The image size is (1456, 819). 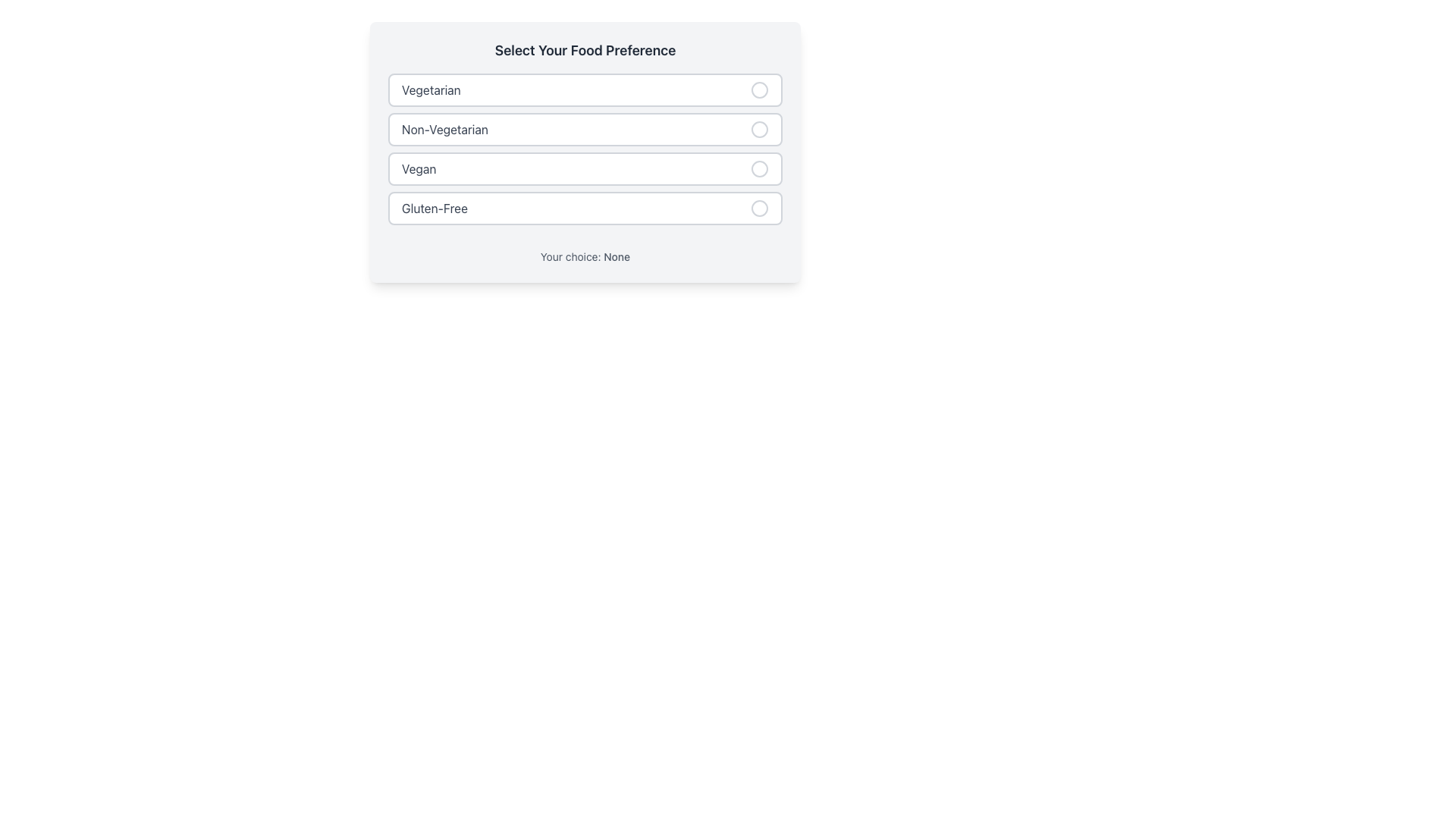 What do you see at coordinates (585, 250) in the screenshot?
I see `the text label that displays 'Your choice: None', which is styled with a smaller gray font and located below the 'Gluten-Free' option in the panel` at bounding box center [585, 250].